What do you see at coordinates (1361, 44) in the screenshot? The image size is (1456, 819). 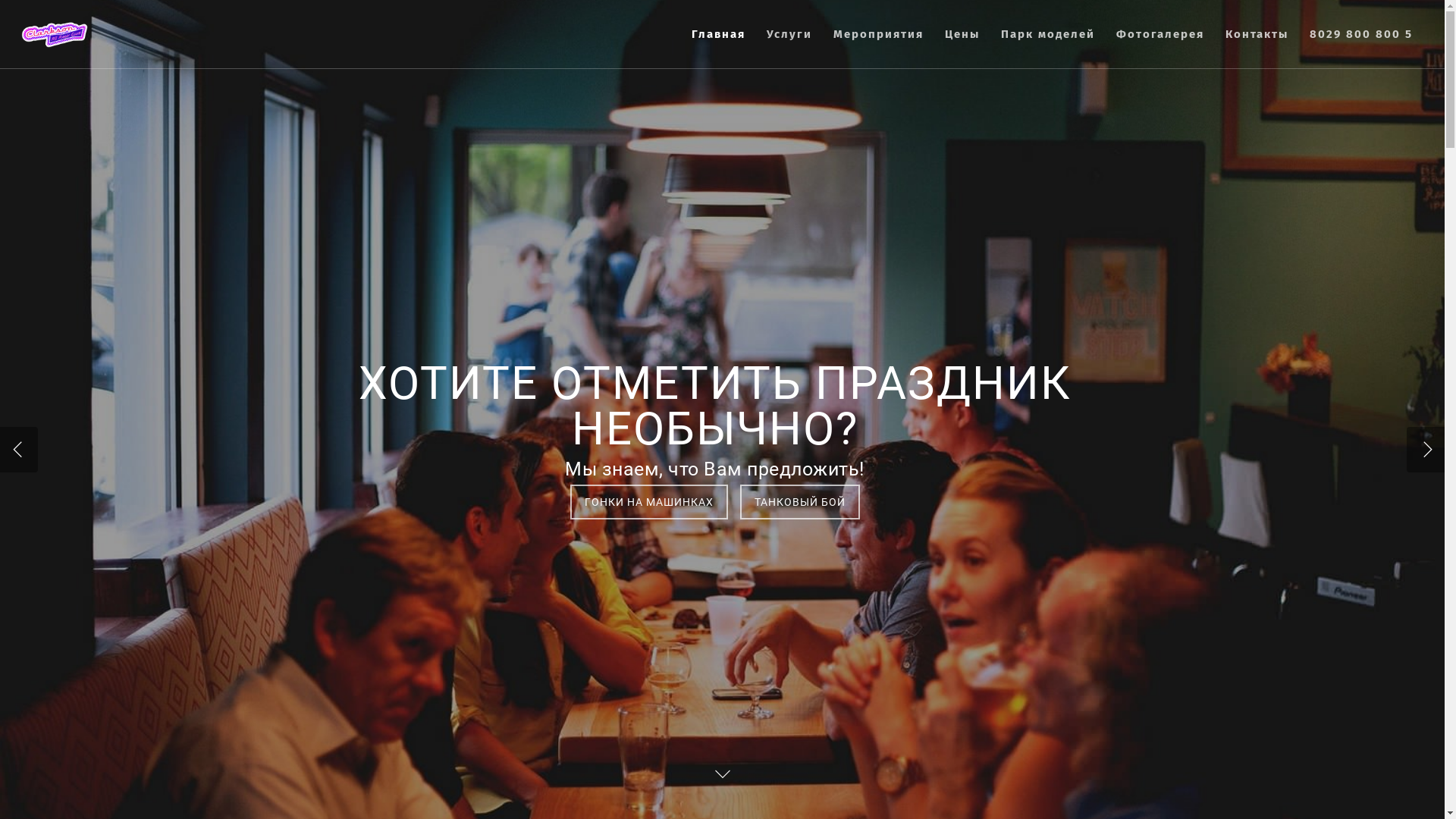 I see `'8029 800 800 5'` at bounding box center [1361, 44].